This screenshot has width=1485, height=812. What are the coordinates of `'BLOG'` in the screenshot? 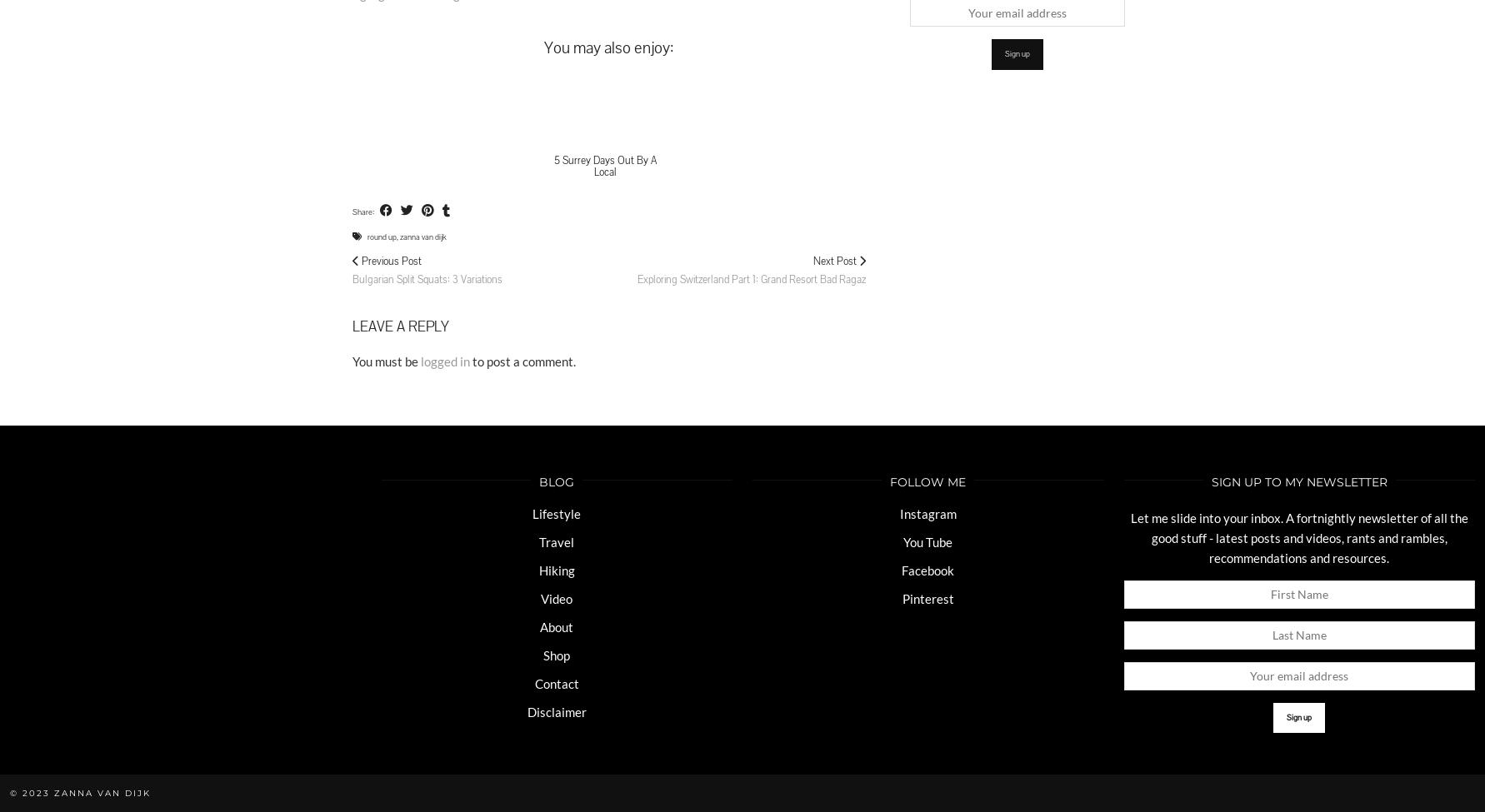 It's located at (556, 480).